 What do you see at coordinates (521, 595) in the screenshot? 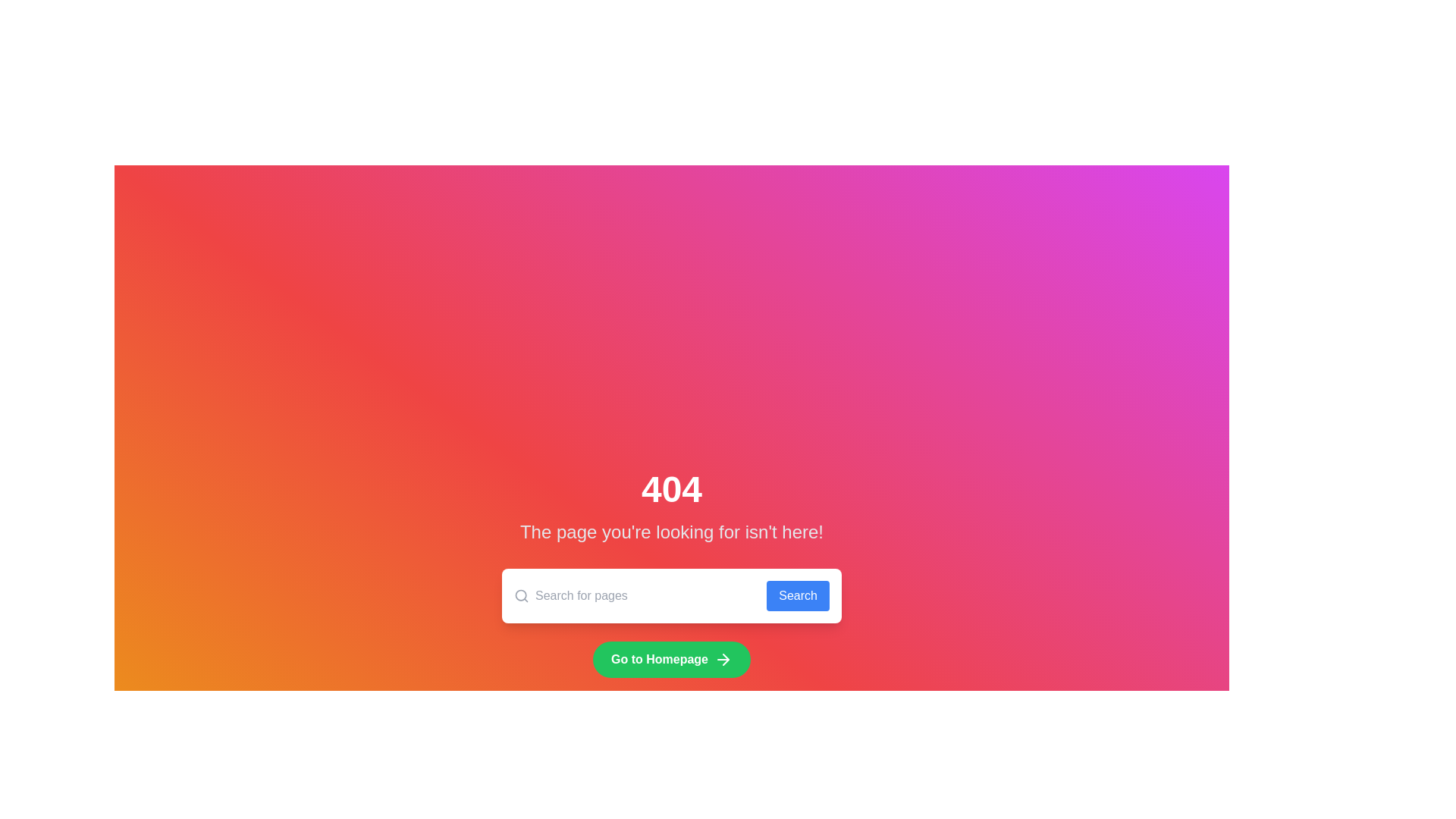
I see `the larger circular part of the magnifying glass icon located in the left section of the search bar, next to the placeholder text 'Search for pages'` at bounding box center [521, 595].